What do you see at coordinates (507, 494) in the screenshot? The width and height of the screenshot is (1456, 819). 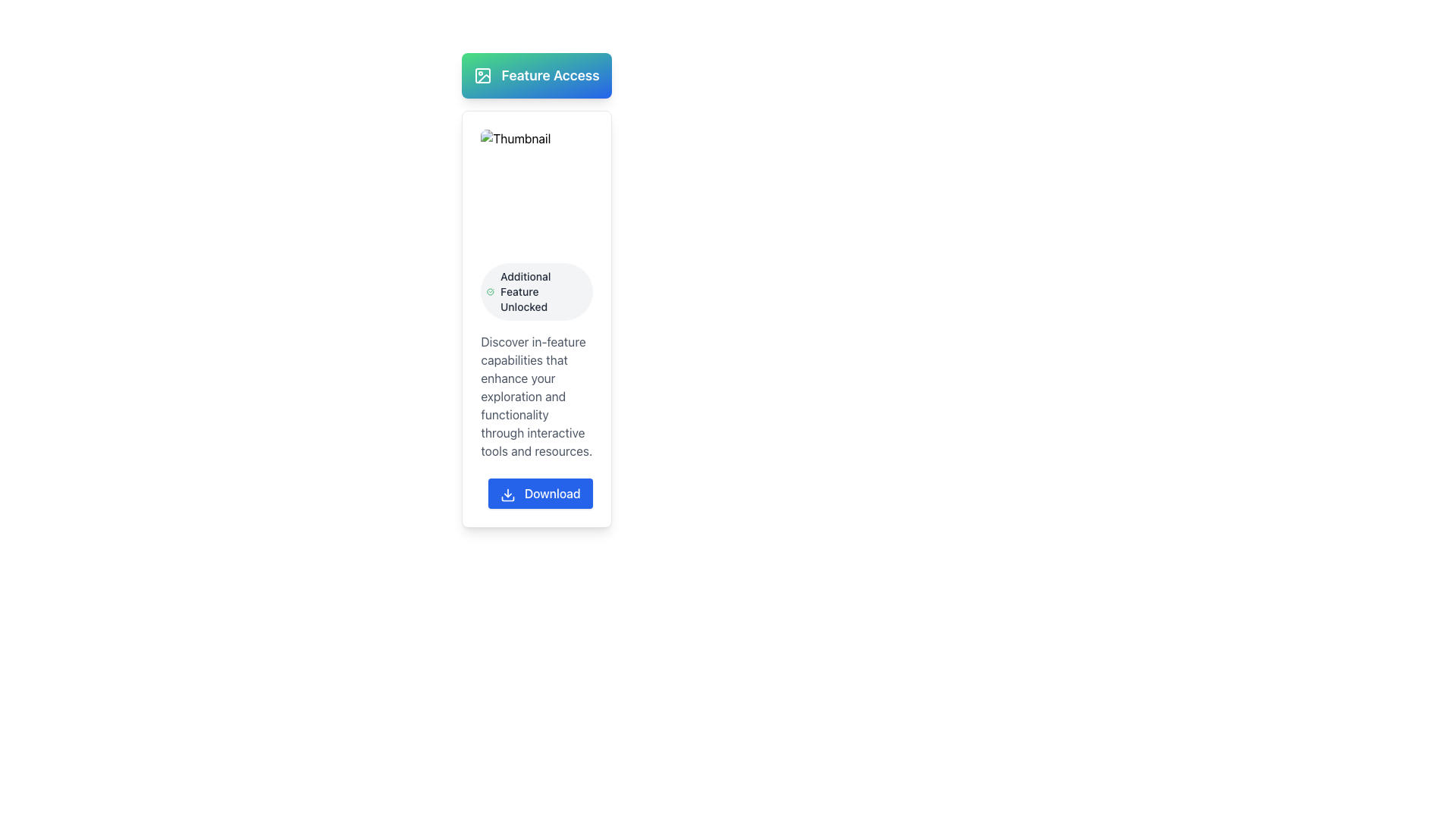 I see `the graphical icon within the blue button` at bounding box center [507, 494].